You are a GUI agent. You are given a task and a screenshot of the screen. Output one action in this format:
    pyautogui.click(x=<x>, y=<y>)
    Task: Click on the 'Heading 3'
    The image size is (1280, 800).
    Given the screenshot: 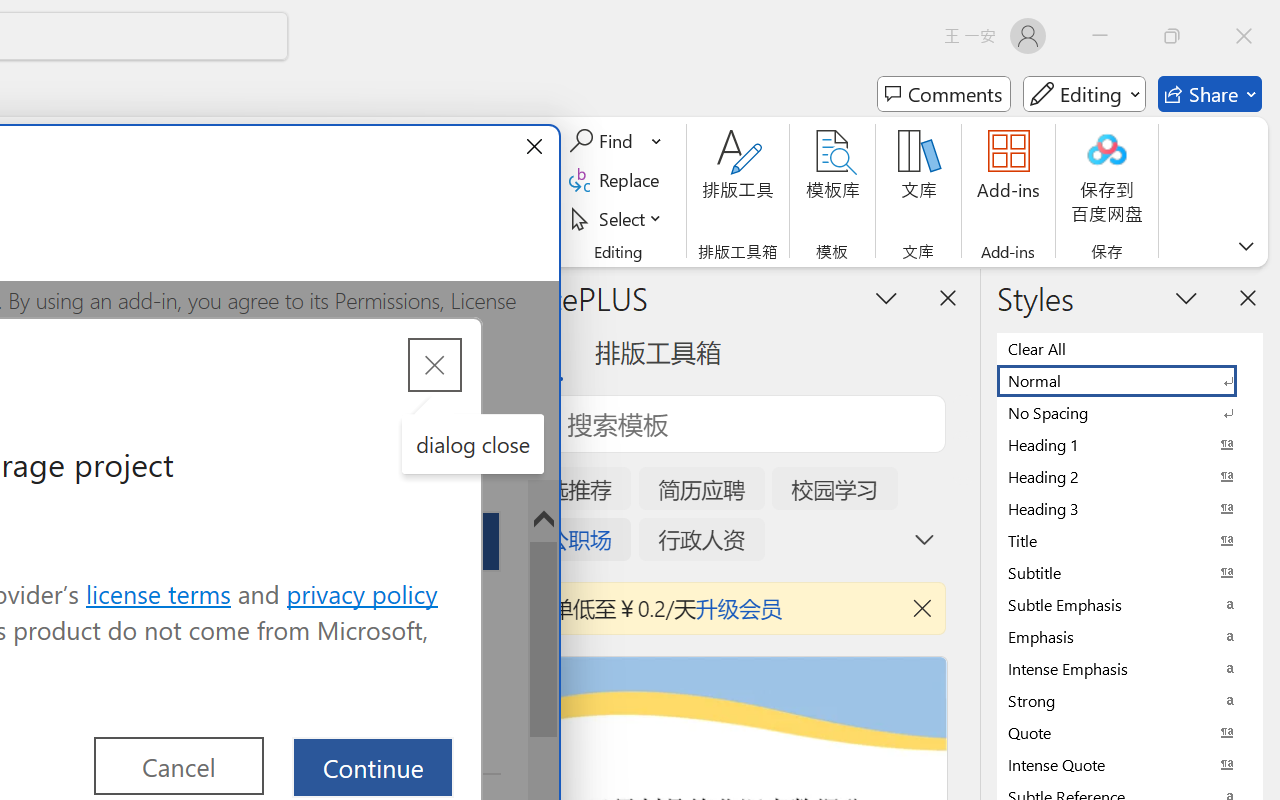 What is the action you would take?
    pyautogui.click(x=1130, y=507)
    